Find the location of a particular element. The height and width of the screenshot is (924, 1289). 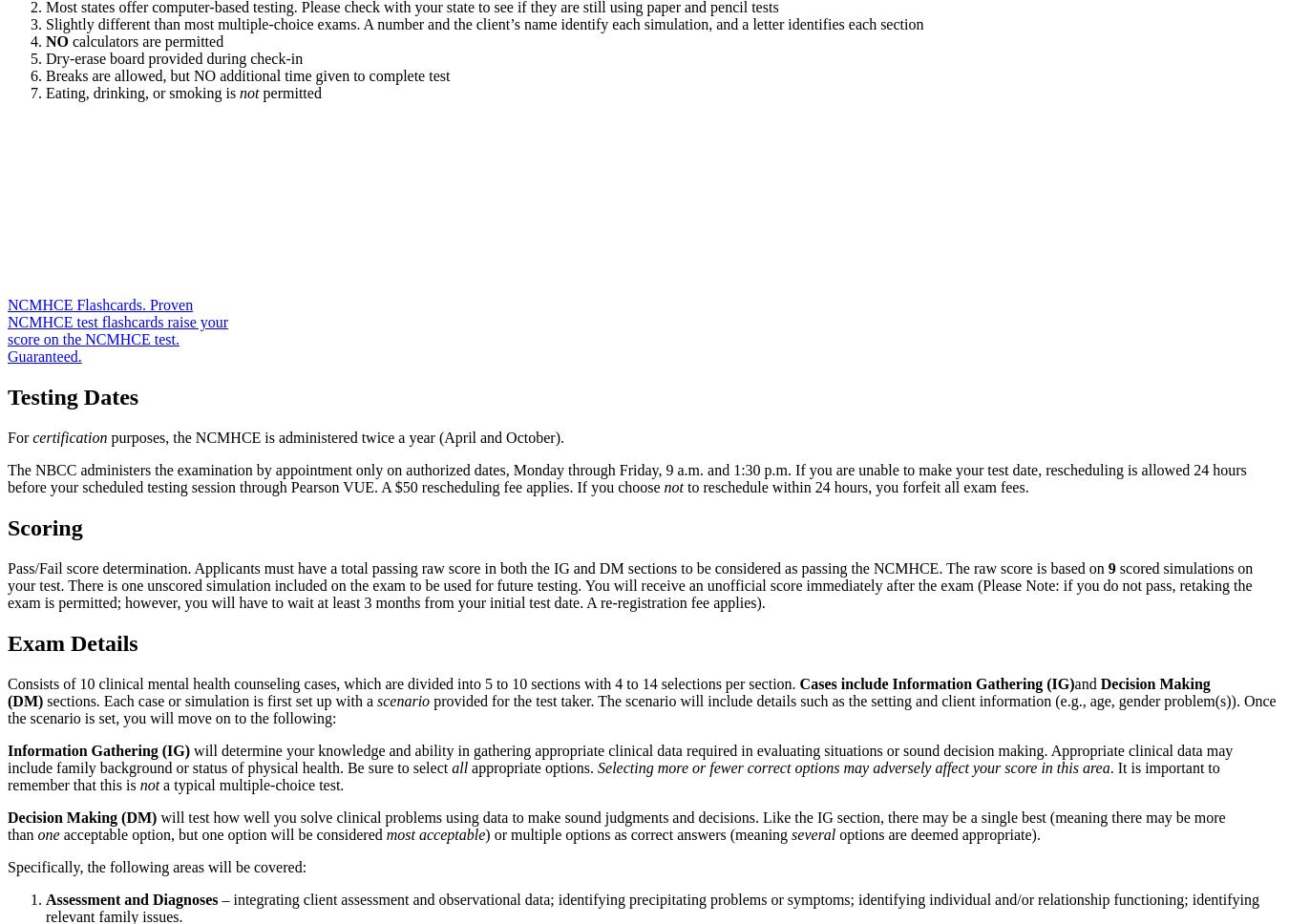

'purposes, the NCMHCE is administered twice a year (April and October).' is located at coordinates (335, 435).